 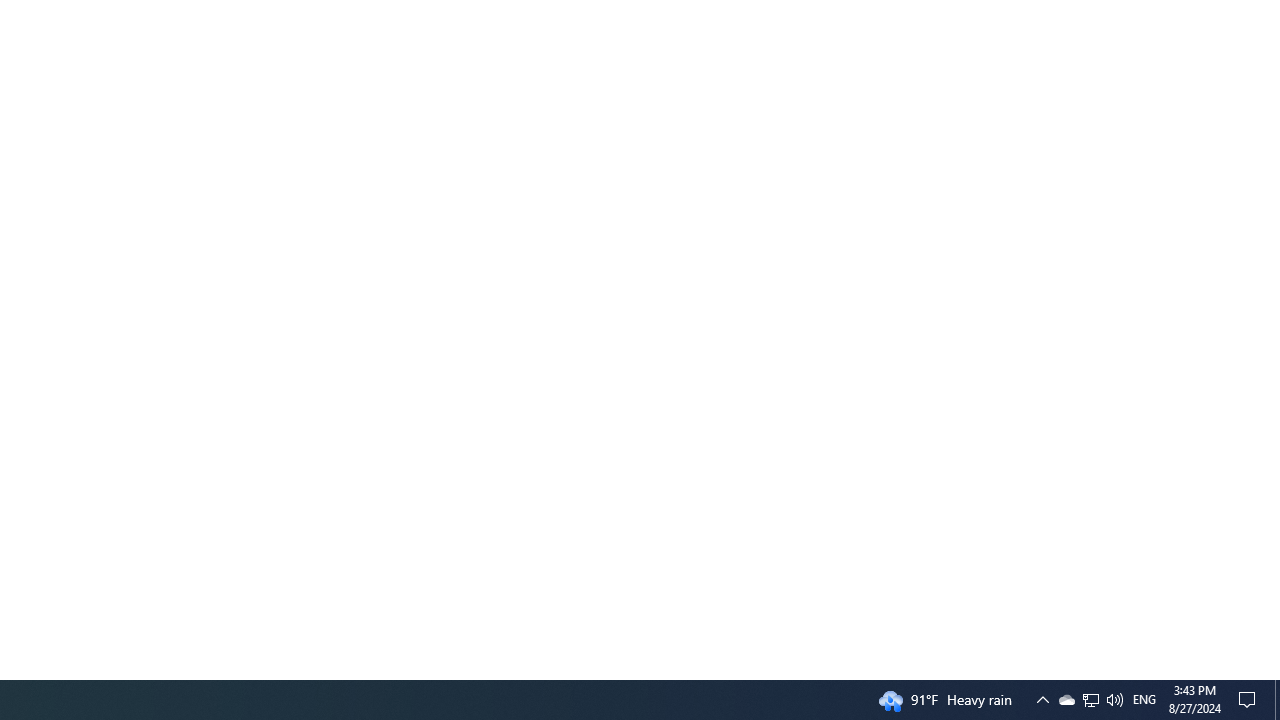 What do you see at coordinates (1276, 698) in the screenshot?
I see `'Show desktop'` at bounding box center [1276, 698].